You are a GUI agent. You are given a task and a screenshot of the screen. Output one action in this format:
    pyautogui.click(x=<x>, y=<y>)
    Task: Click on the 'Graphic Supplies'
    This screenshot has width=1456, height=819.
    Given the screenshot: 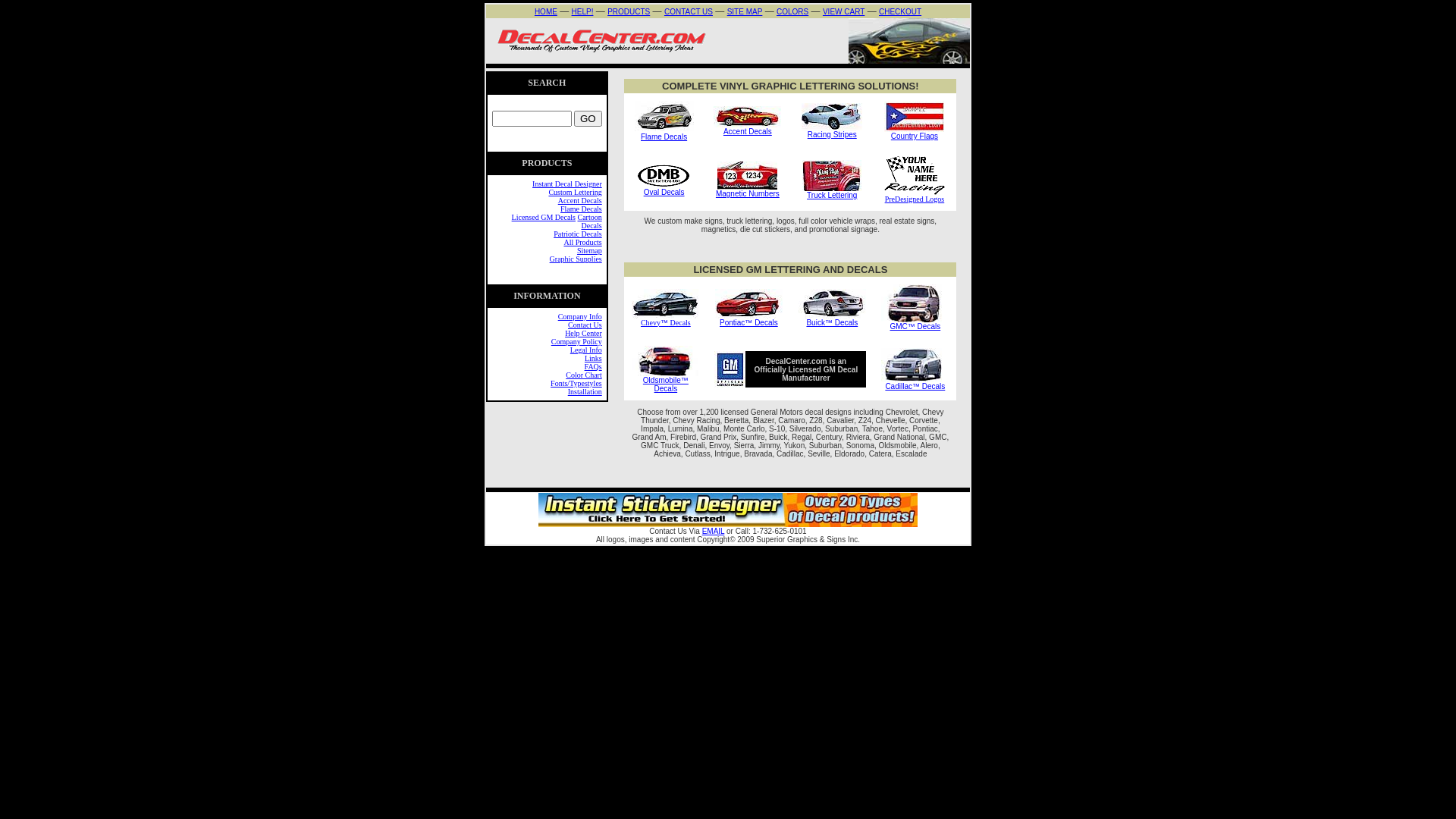 What is the action you would take?
    pyautogui.click(x=548, y=258)
    